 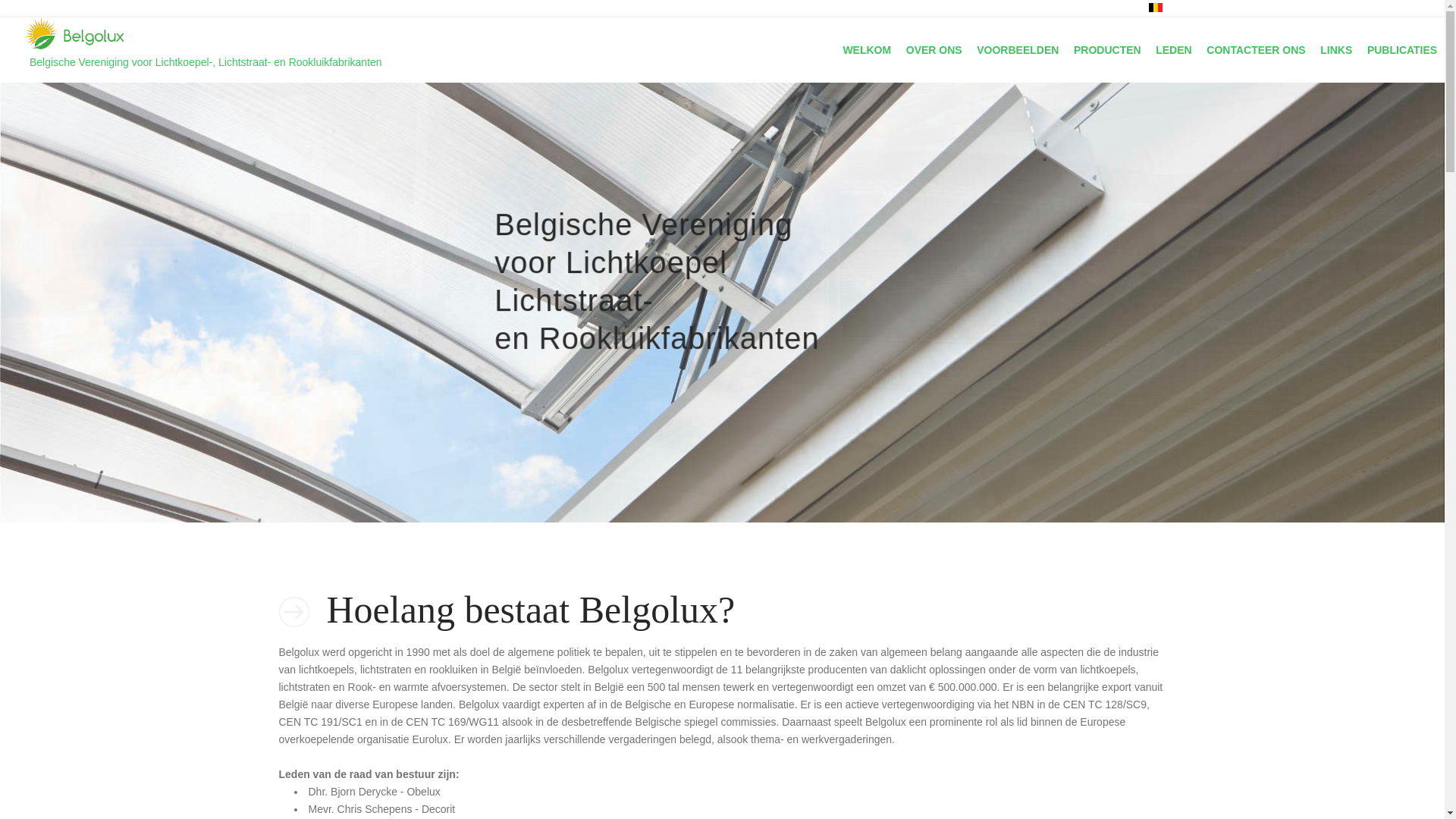 What do you see at coordinates (1401, 49) in the screenshot?
I see `'PUBLICATIES'` at bounding box center [1401, 49].